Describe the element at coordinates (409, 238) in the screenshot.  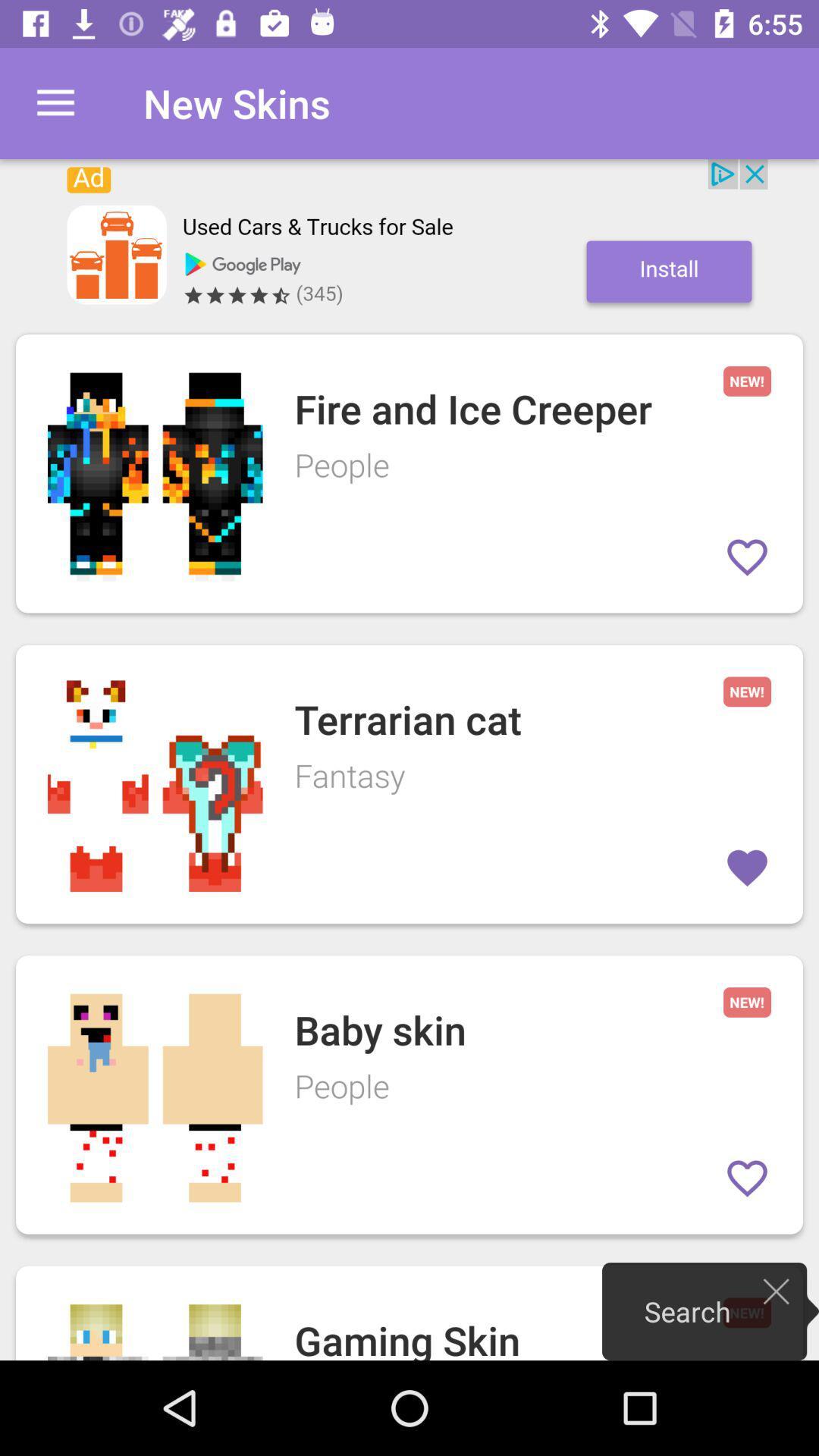
I see `advertisement link` at that location.